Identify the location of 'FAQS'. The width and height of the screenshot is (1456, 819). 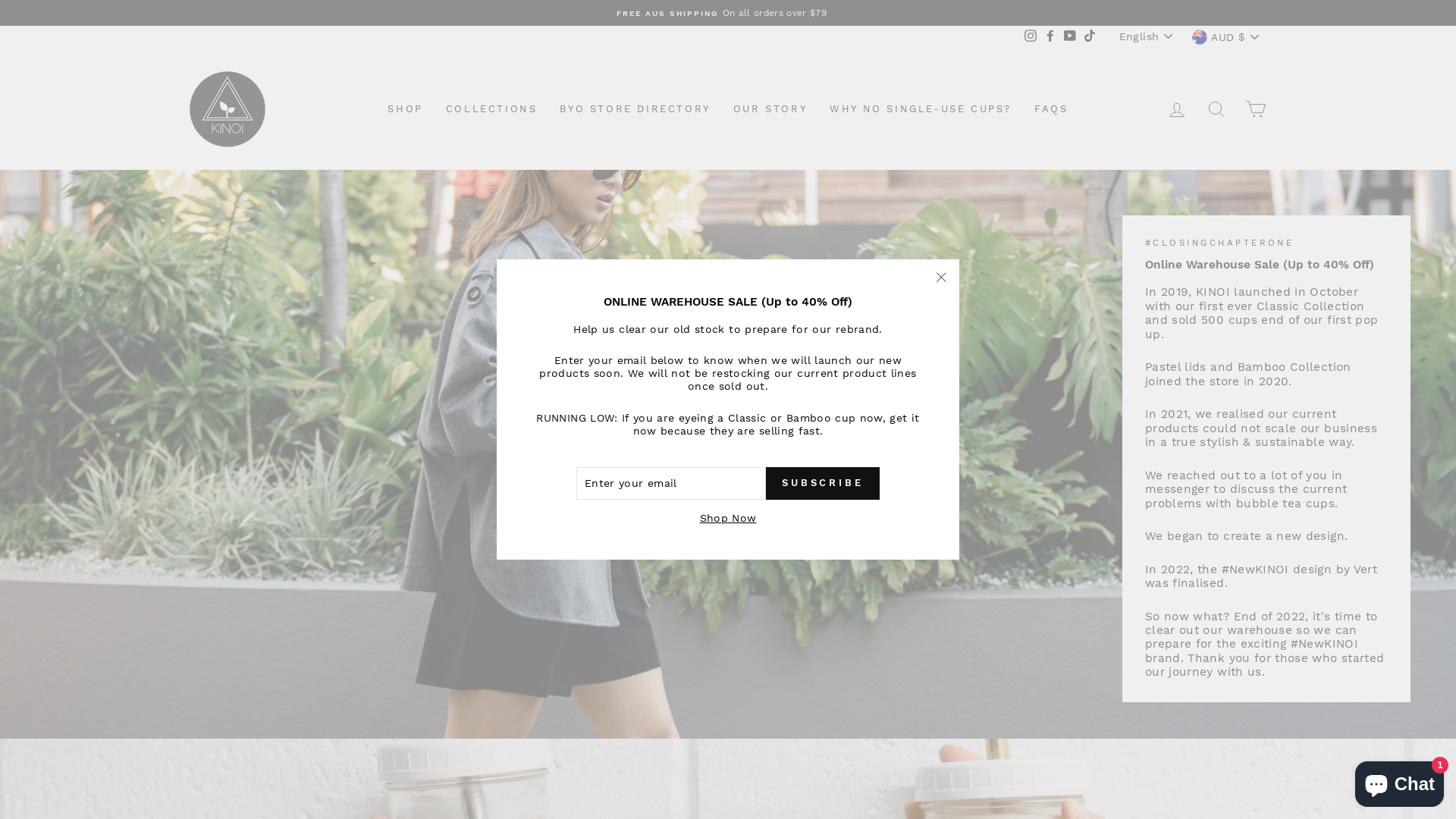
(1050, 108).